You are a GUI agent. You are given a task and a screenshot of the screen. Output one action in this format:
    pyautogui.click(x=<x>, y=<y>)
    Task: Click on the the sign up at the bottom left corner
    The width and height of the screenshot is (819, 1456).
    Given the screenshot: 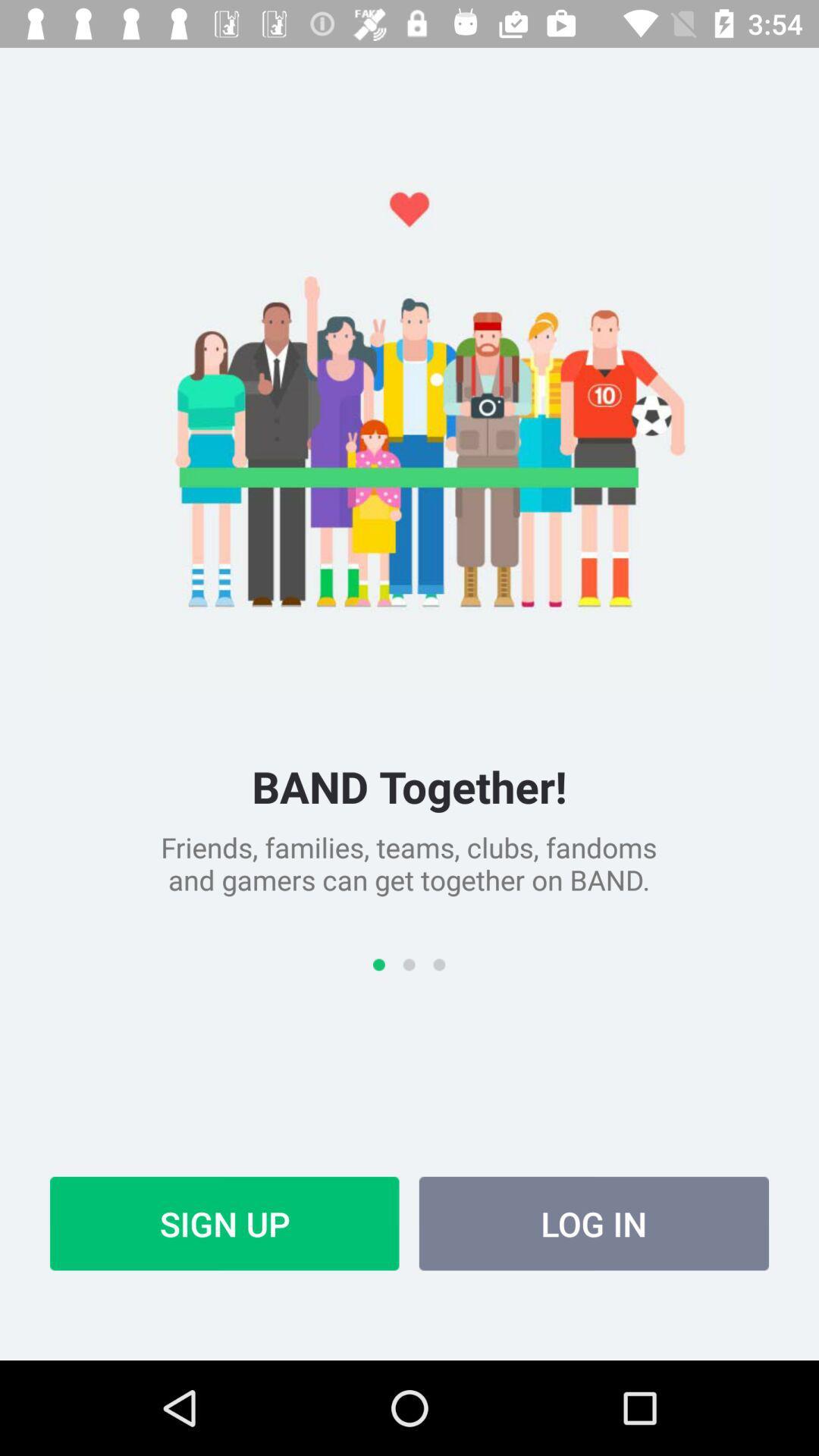 What is the action you would take?
    pyautogui.click(x=224, y=1223)
    